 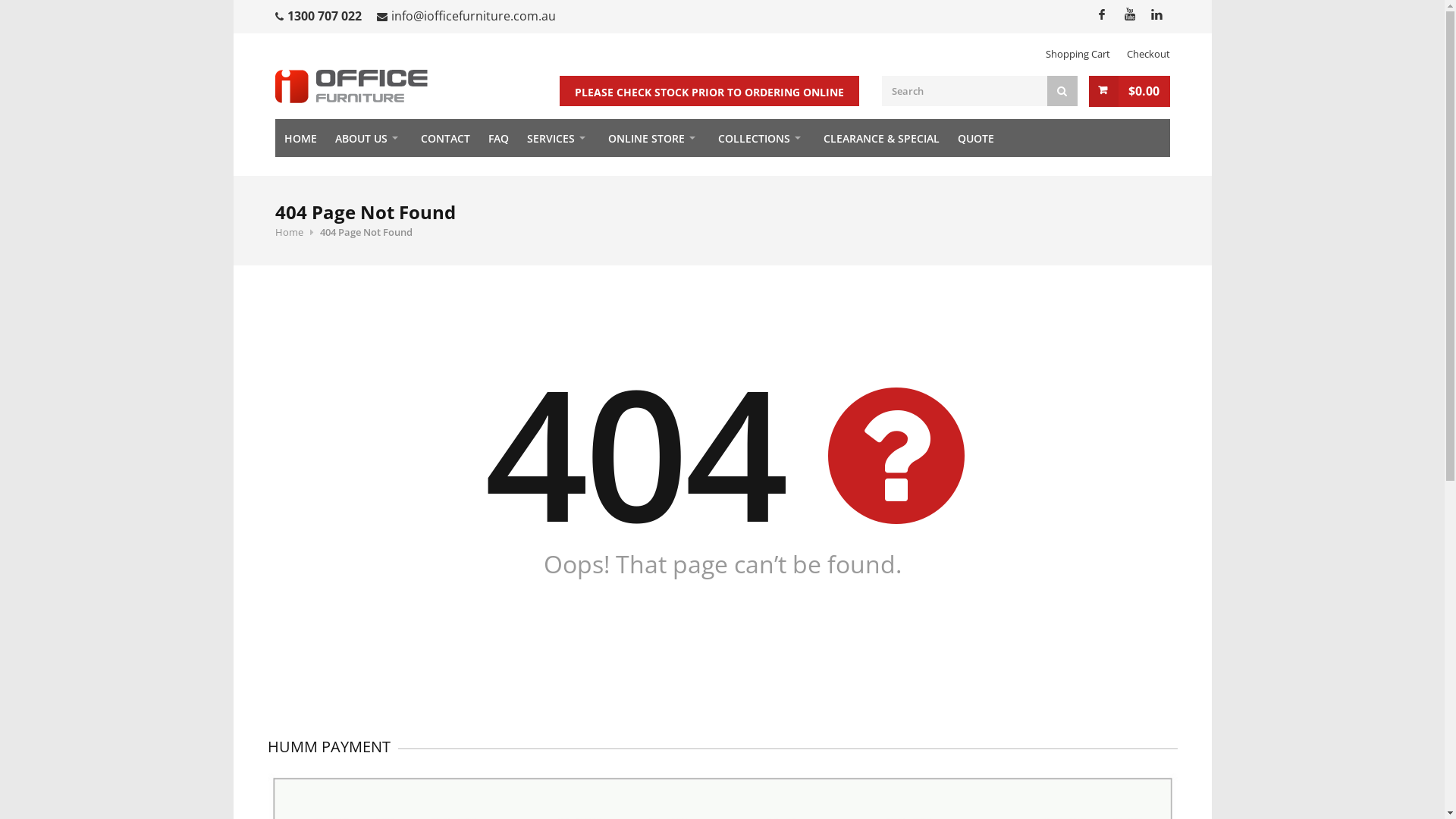 What do you see at coordinates (1100, 14) in the screenshot?
I see `'Facebook'` at bounding box center [1100, 14].